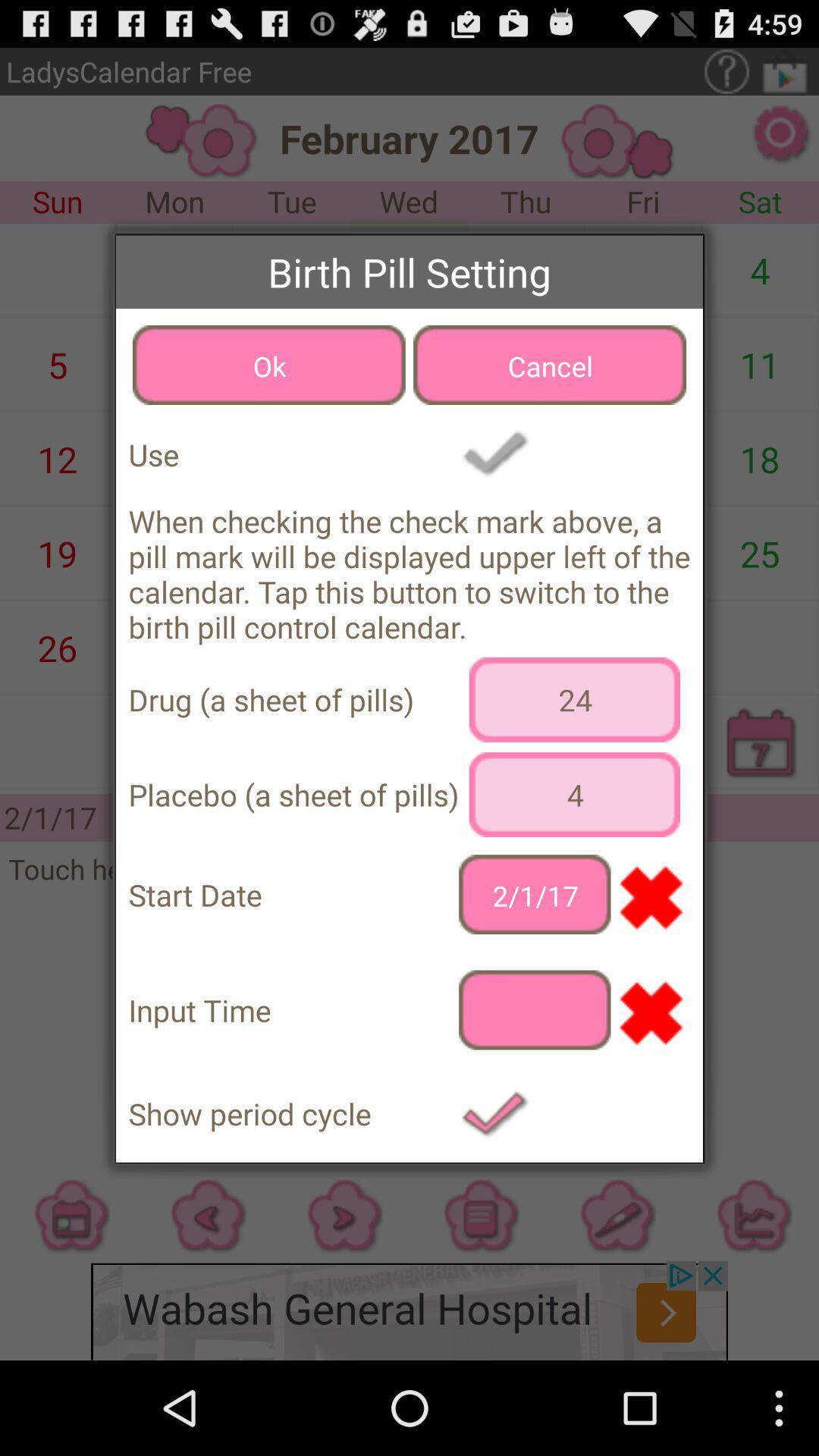 This screenshot has height=1456, width=819. I want to click on the item below when checking the, so click(574, 698).